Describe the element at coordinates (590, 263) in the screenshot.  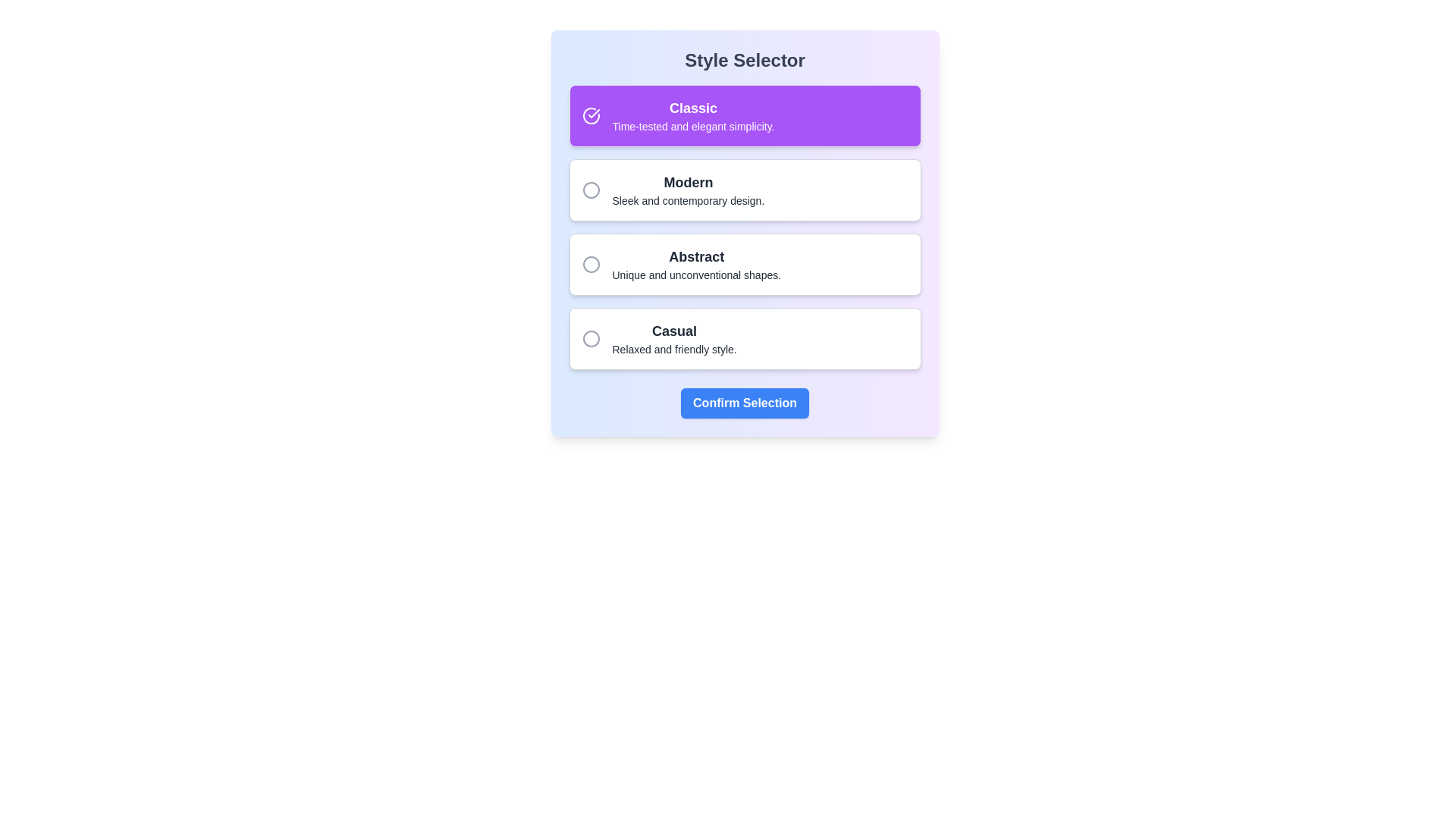
I see `the RadioButton for the 'Abstract' style option, which is located in the top-left corner of the 'Abstract' section, above the text 'Unique and unconventional shapes.'` at that location.